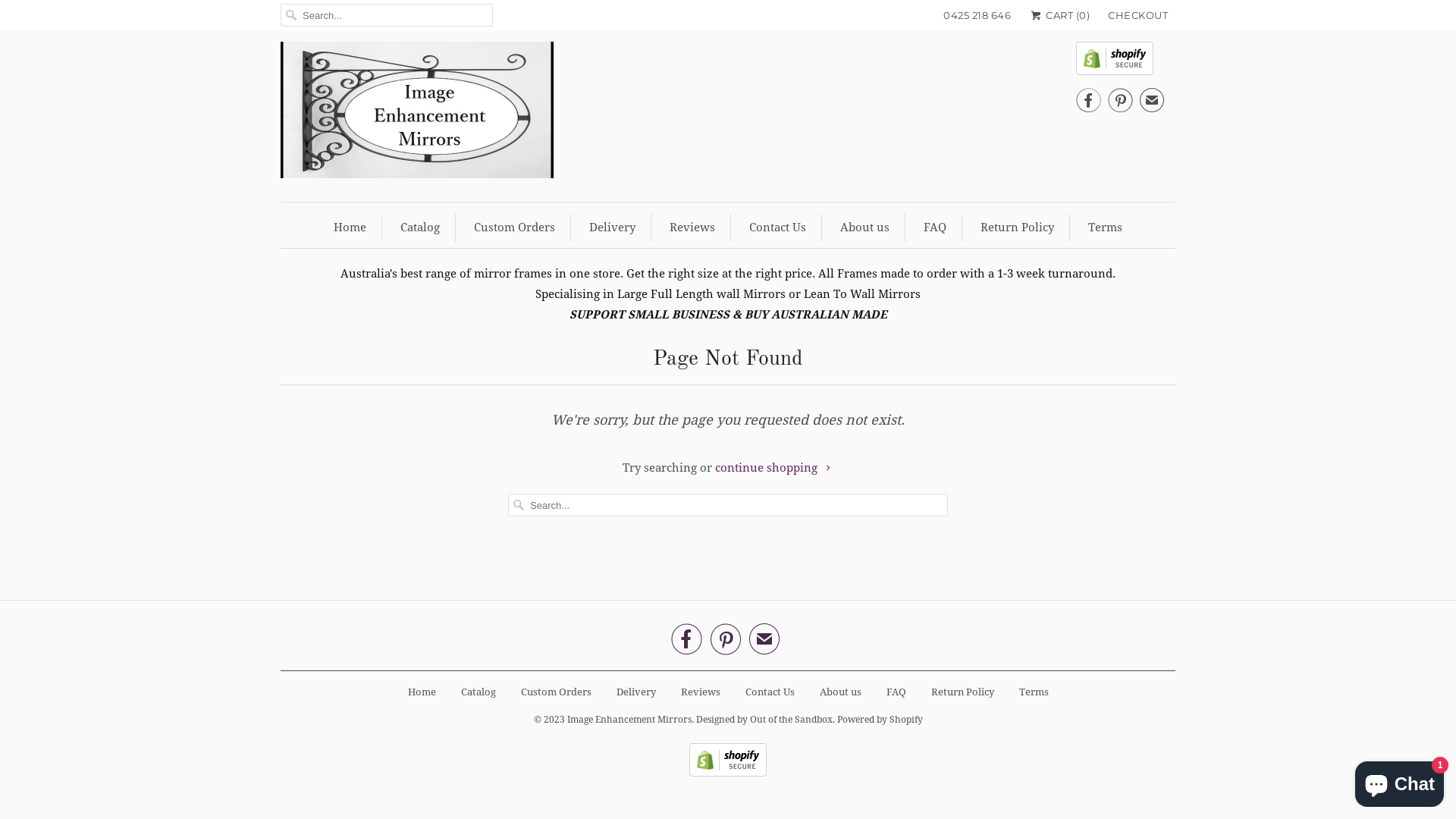 The height and width of the screenshot is (819, 1456). Describe the element at coordinates (977, 14) in the screenshot. I see `'0425 218 646'` at that location.